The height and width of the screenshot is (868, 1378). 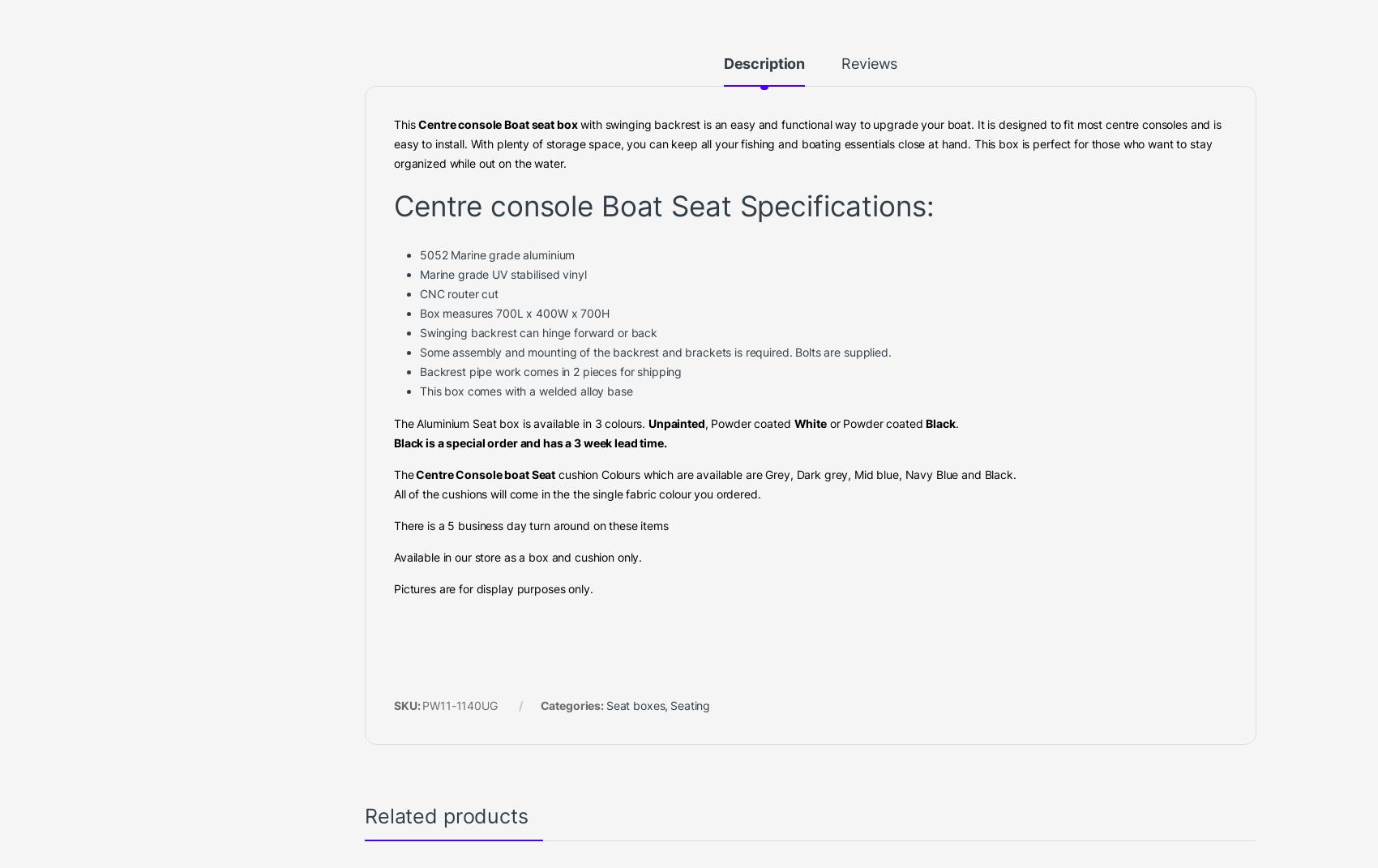 What do you see at coordinates (1030, 92) in the screenshot?
I see `'Payment Methods'` at bounding box center [1030, 92].